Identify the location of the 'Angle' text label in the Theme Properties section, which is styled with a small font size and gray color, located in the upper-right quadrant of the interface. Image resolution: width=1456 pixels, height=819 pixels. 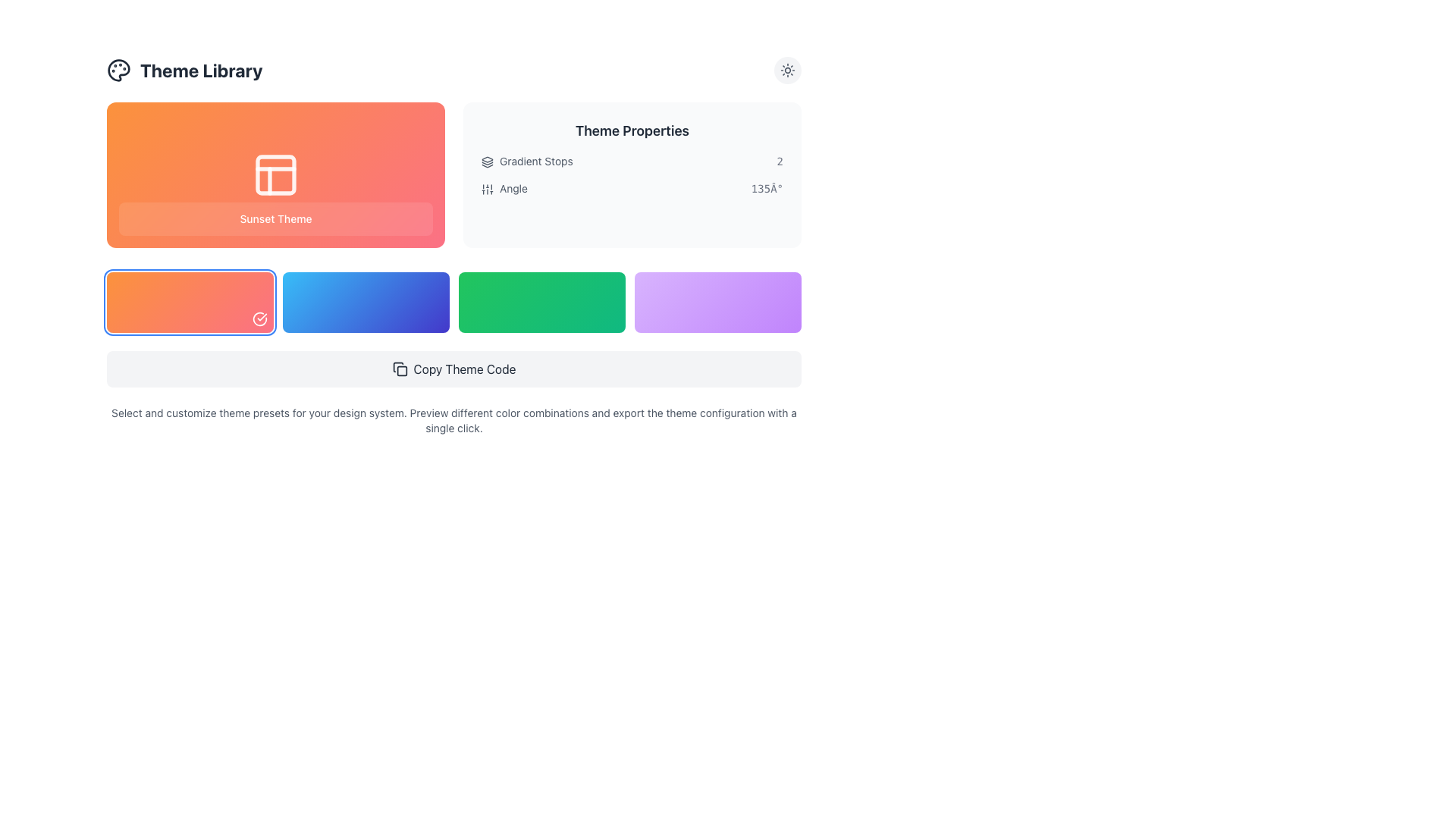
(504, 188).